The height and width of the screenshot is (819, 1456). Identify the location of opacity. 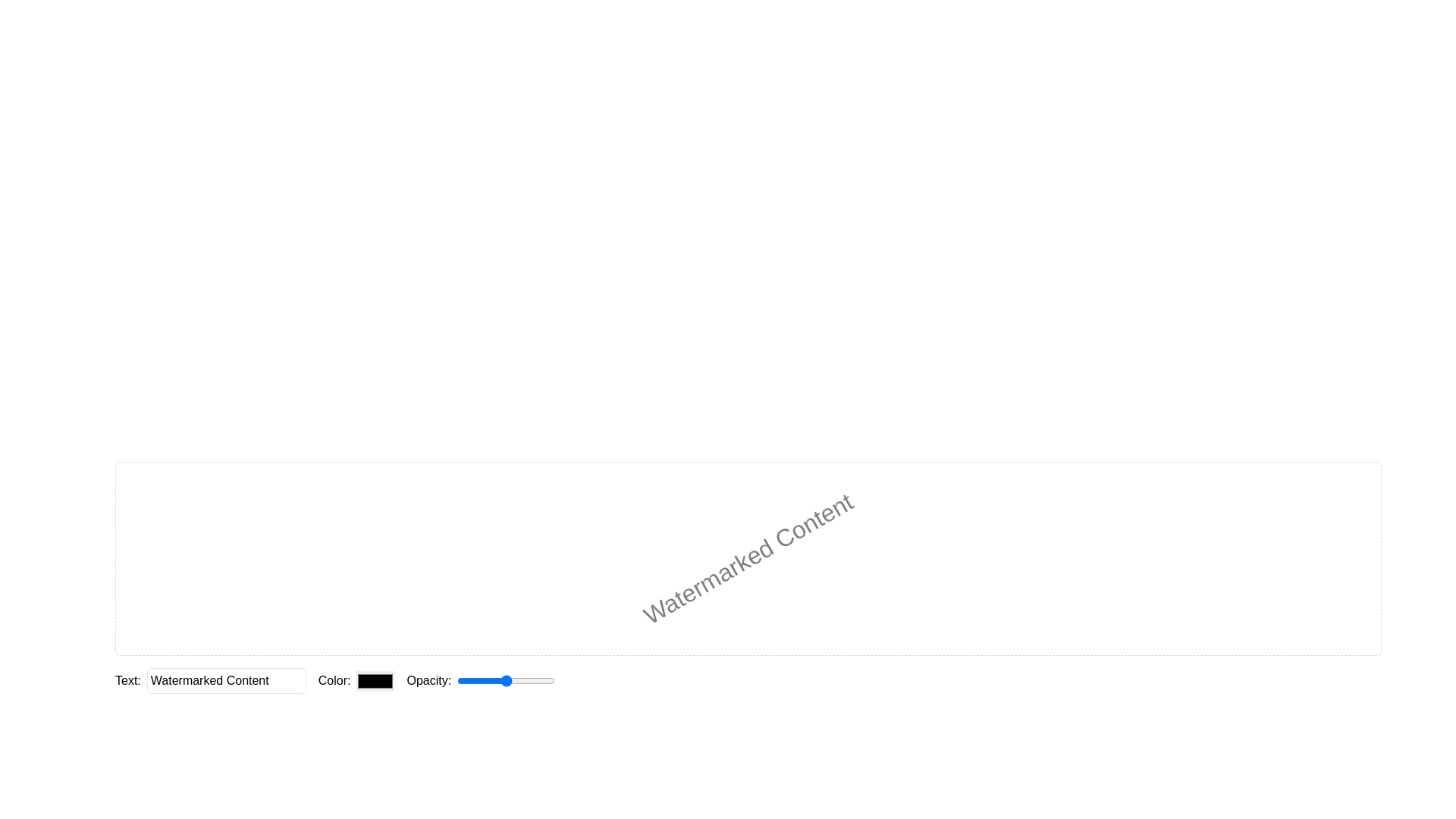
(464, 680).